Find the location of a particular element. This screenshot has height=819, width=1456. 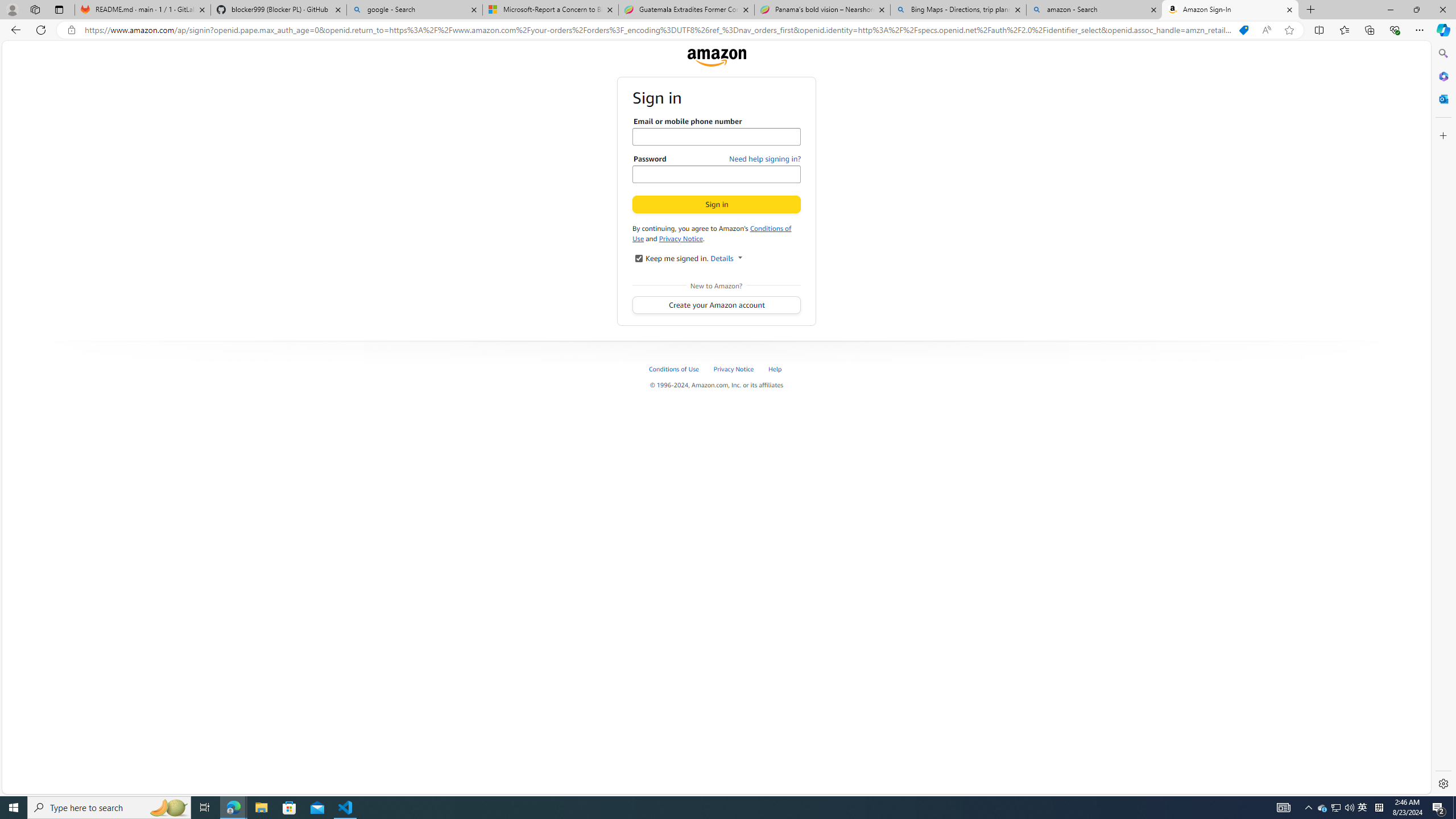

'Keep me signed in. Details' is located at coordinates (638, 257).